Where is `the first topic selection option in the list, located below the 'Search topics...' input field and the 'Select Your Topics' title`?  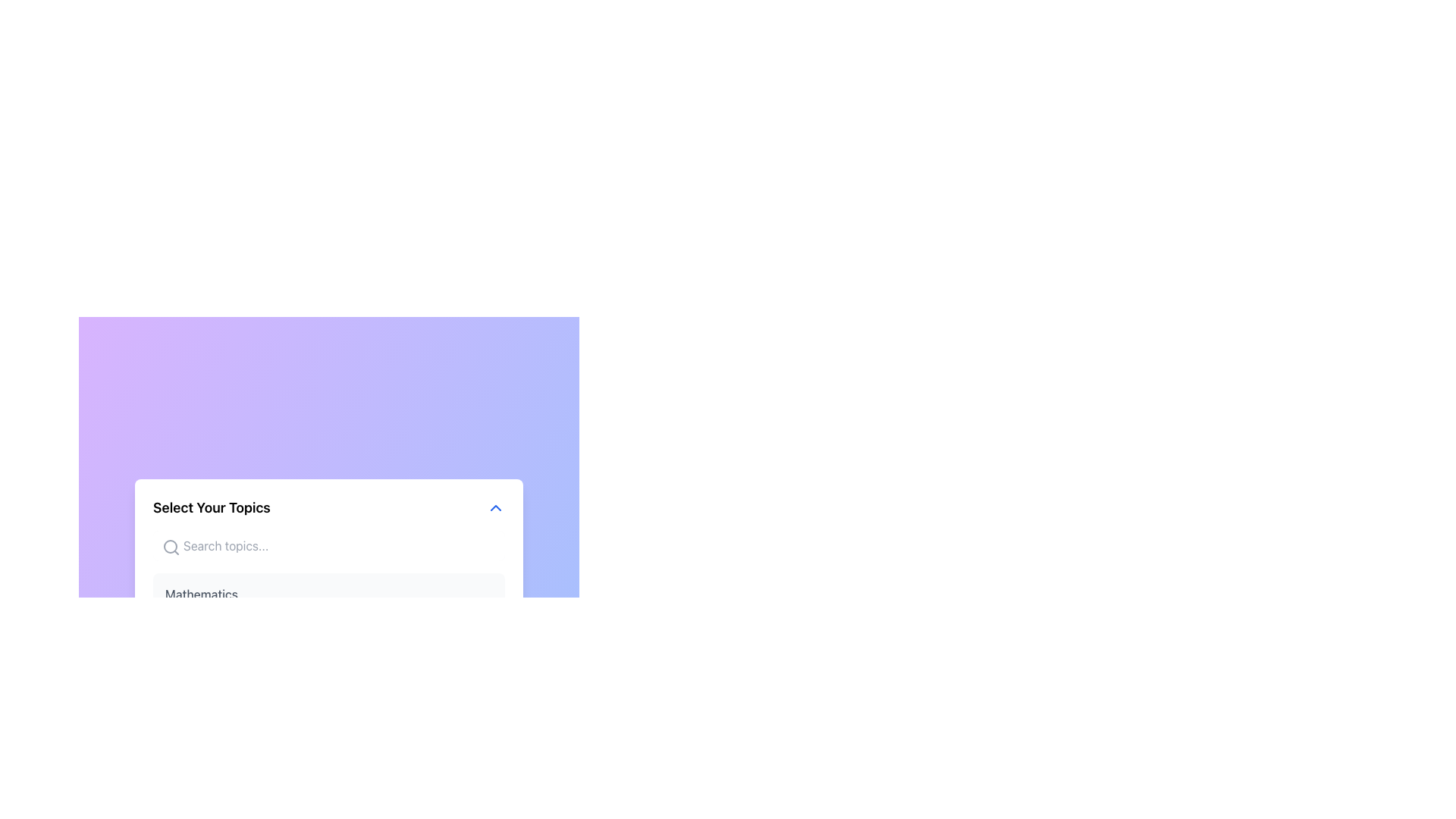
the first topic selection option in the list, located below the 'Search topics...' input field and the 'Select Your Topics' title is located at coordinates (328, 593).